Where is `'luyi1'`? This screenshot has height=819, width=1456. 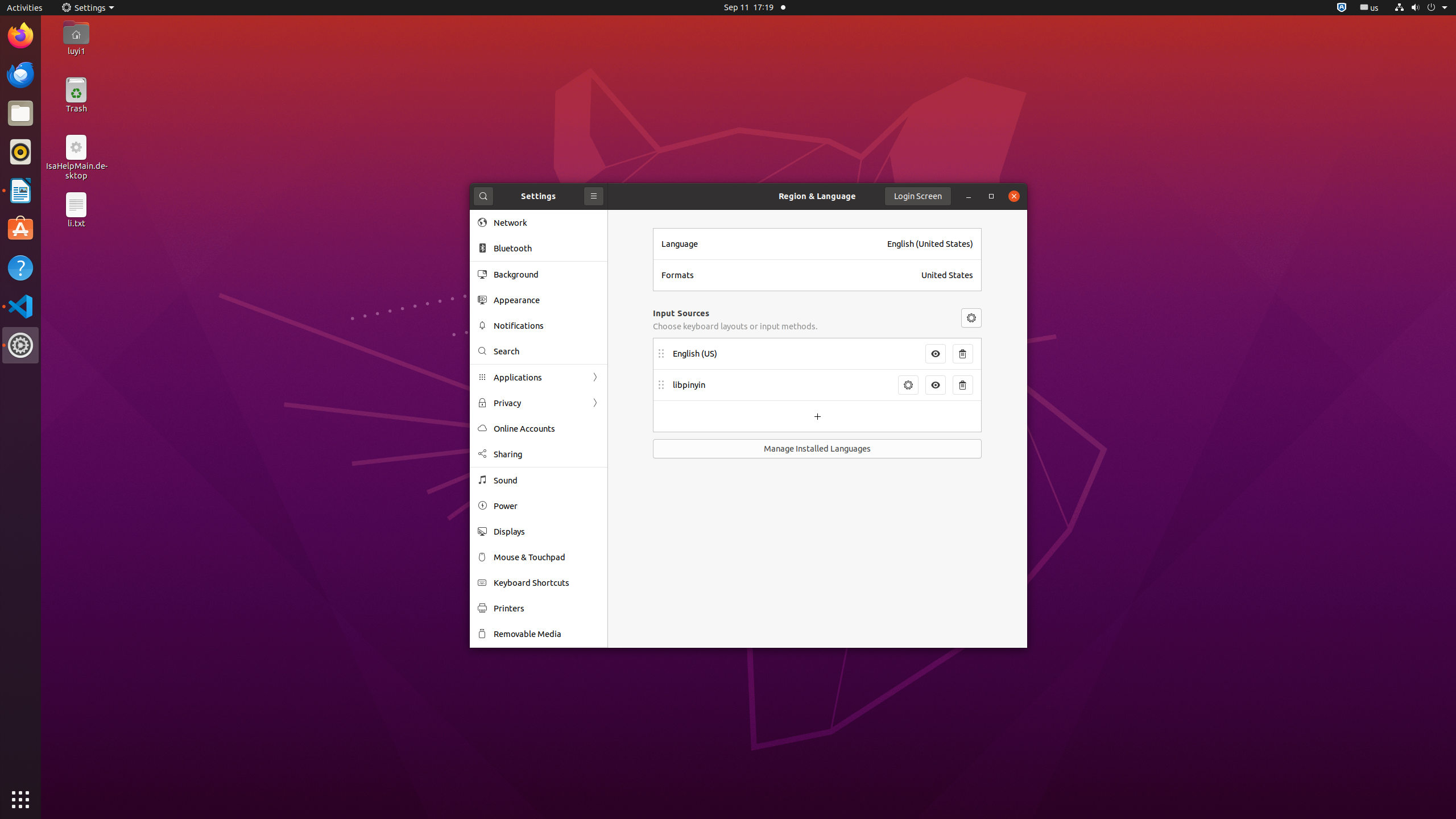
'luyi1' is located at coordinates (76, 50).